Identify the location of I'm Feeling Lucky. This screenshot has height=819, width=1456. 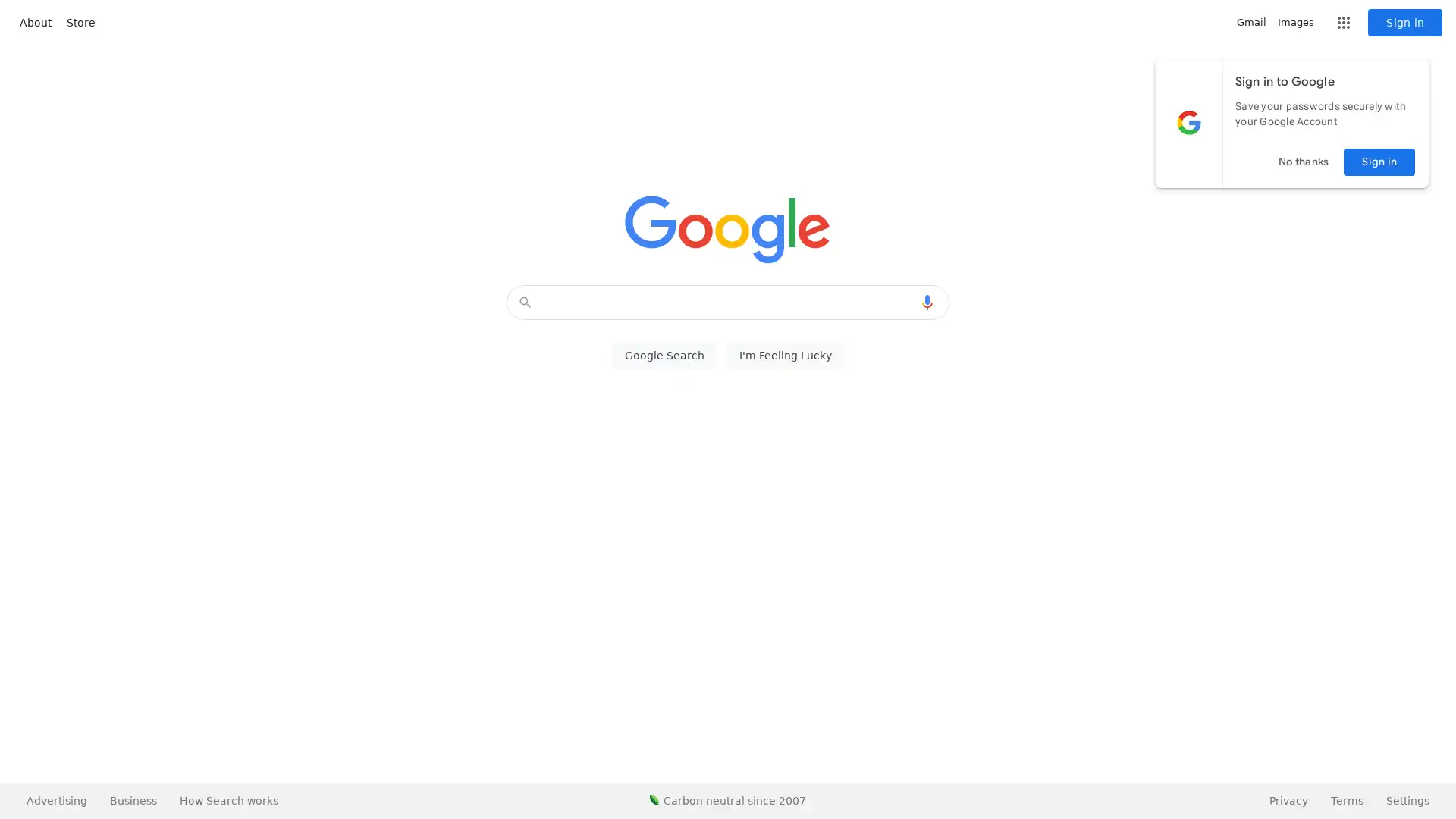
(785, 356).